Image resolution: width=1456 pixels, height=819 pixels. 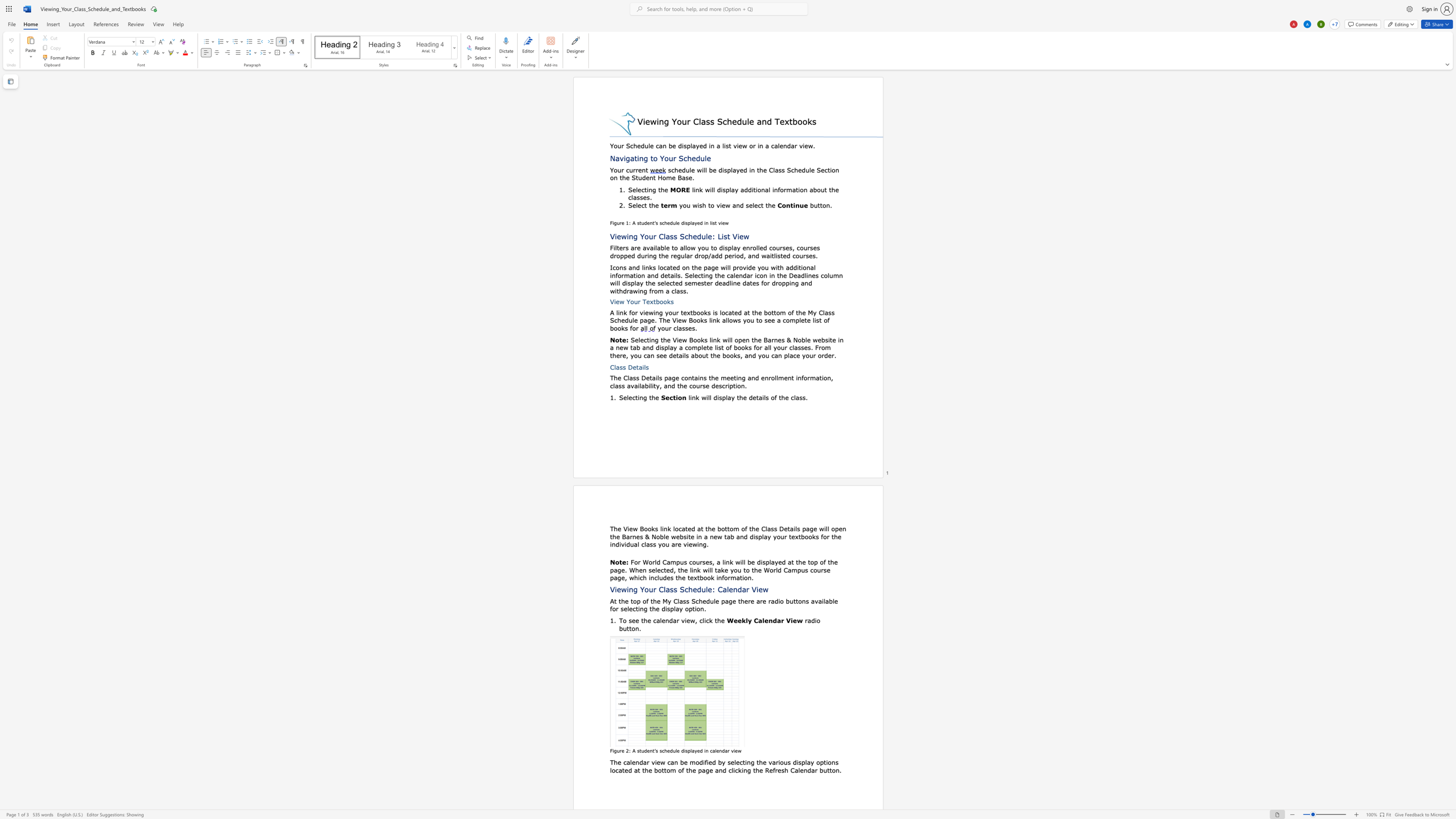 What do you see at coordinates (834, 762) in the screenshot?
I see `the space between the continuous character "n" and "s" in the text` at bounding box center [834, 762].